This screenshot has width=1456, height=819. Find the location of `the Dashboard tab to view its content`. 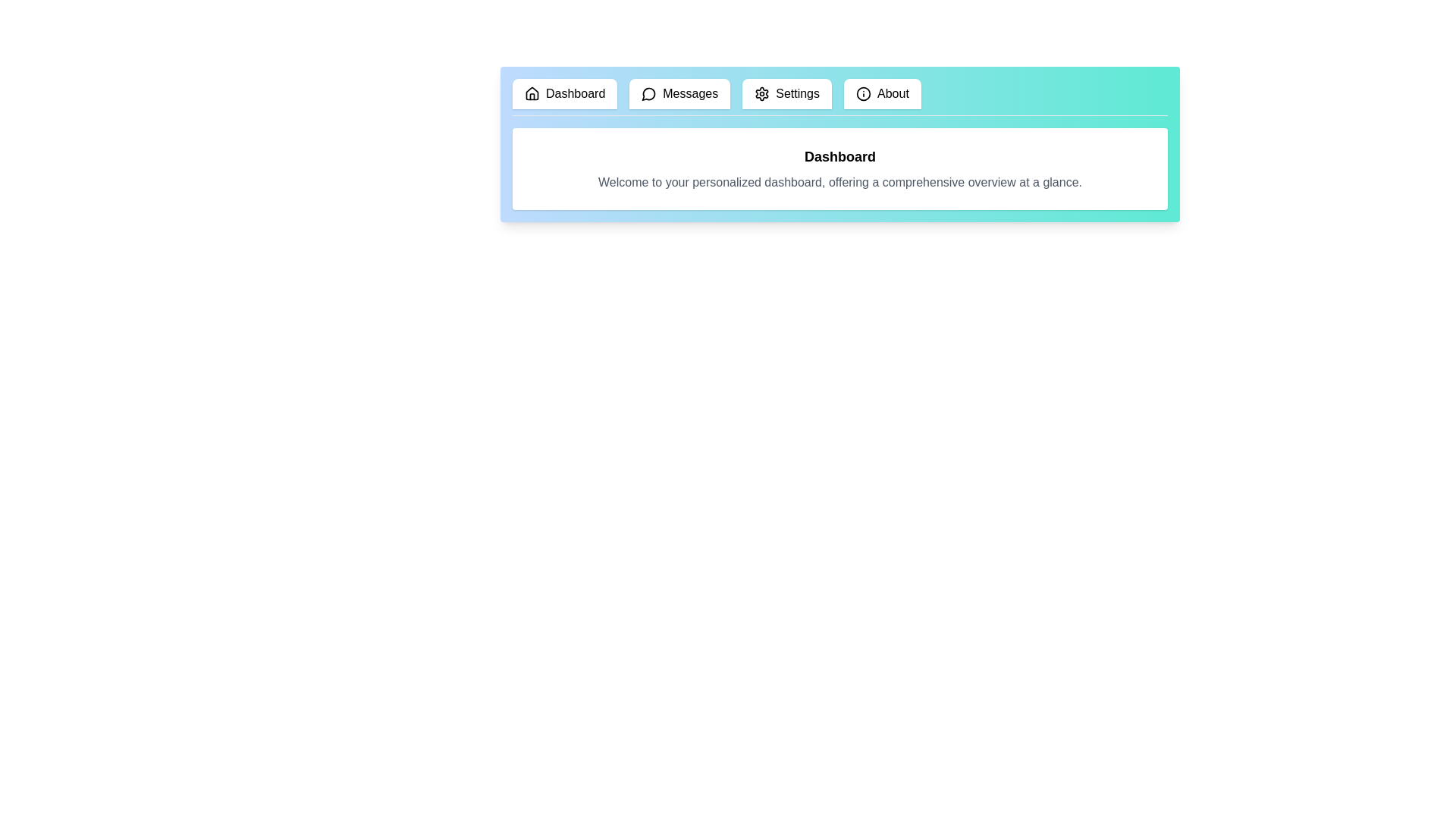

the Dashboard tab to view its content is located at coordinates (563, 93).